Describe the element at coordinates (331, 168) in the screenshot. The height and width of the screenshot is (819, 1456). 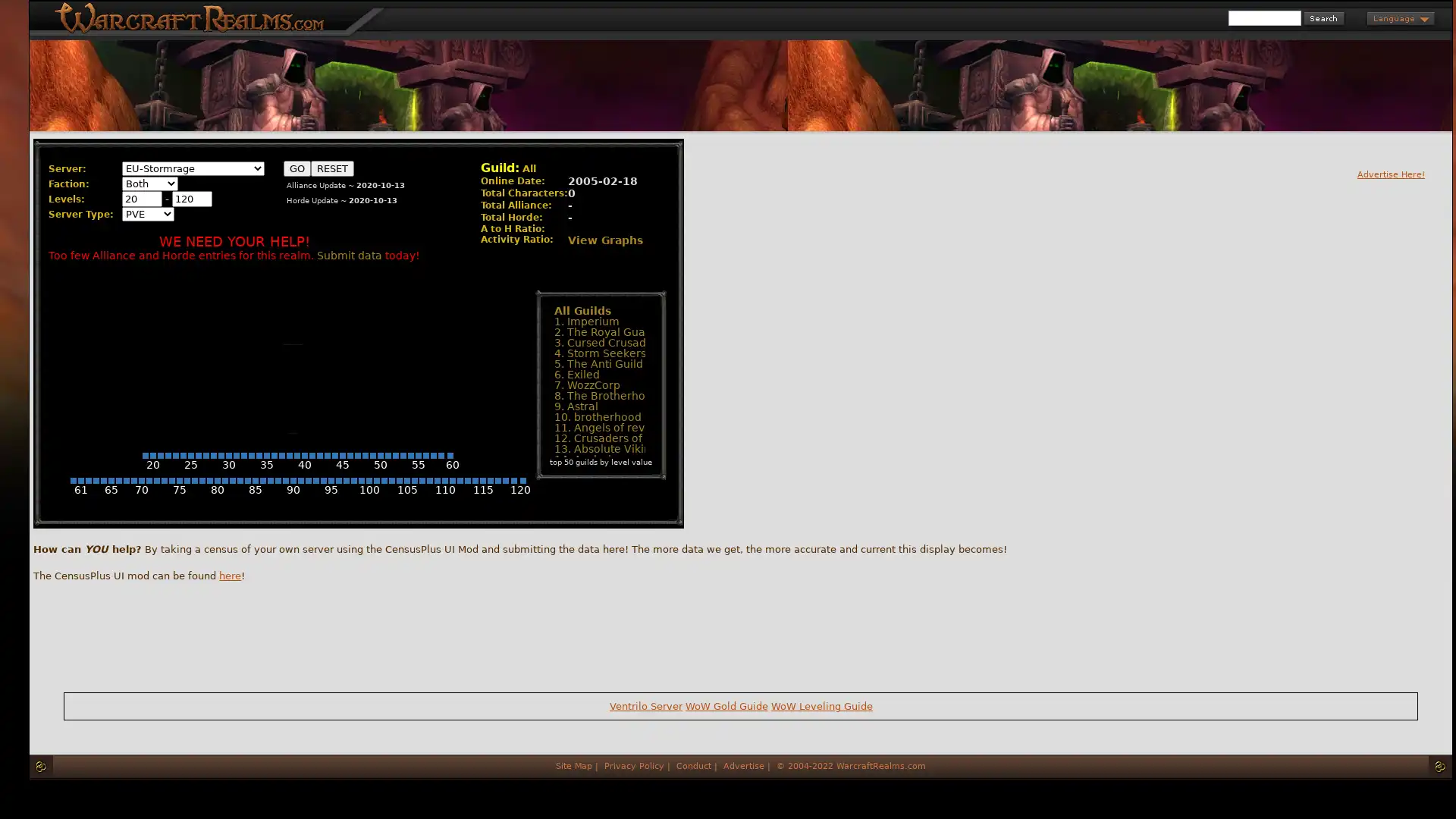
I see `RESET` at that location.